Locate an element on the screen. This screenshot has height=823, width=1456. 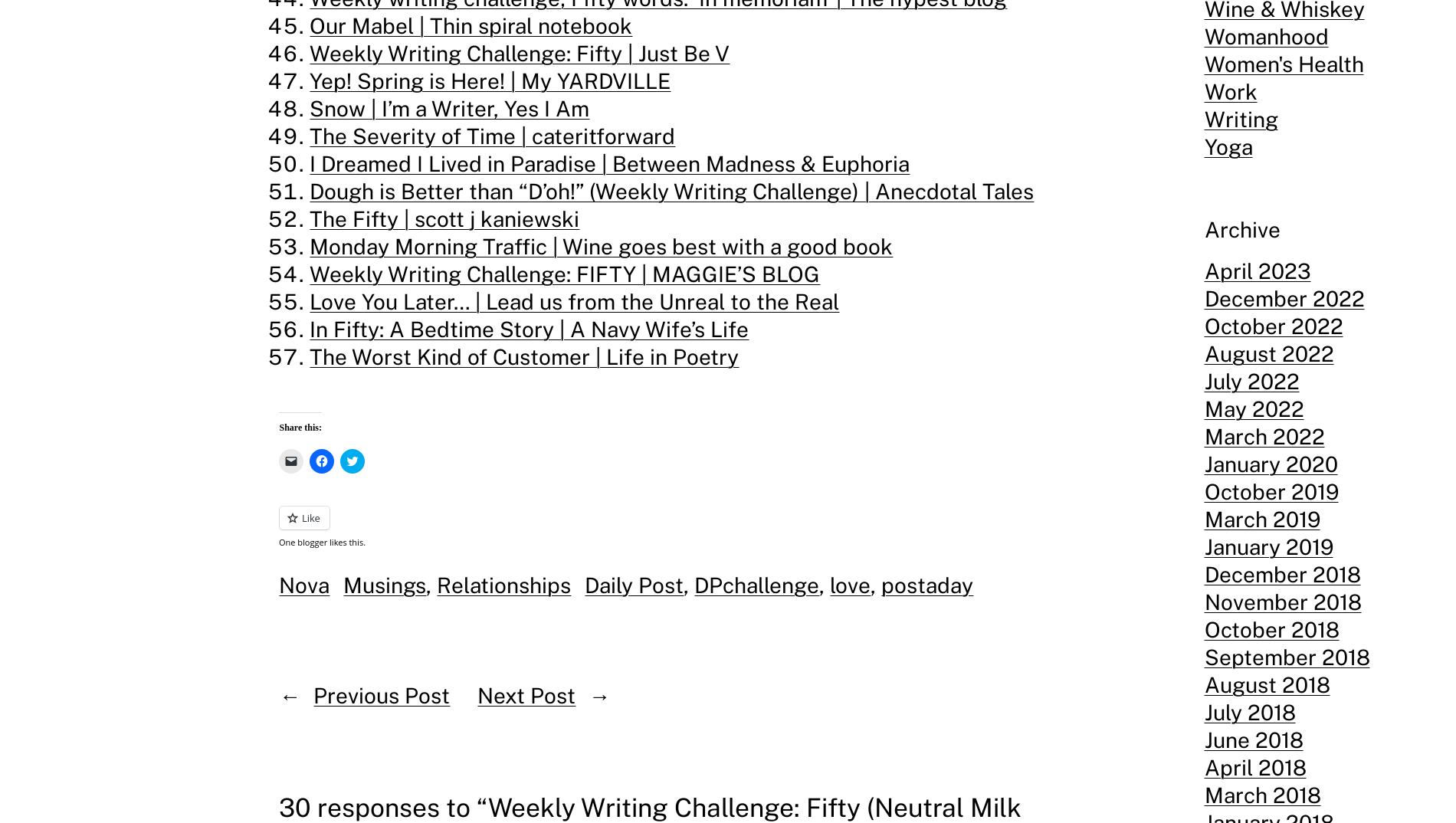
'postaday' is located at coordinates (881, 583).